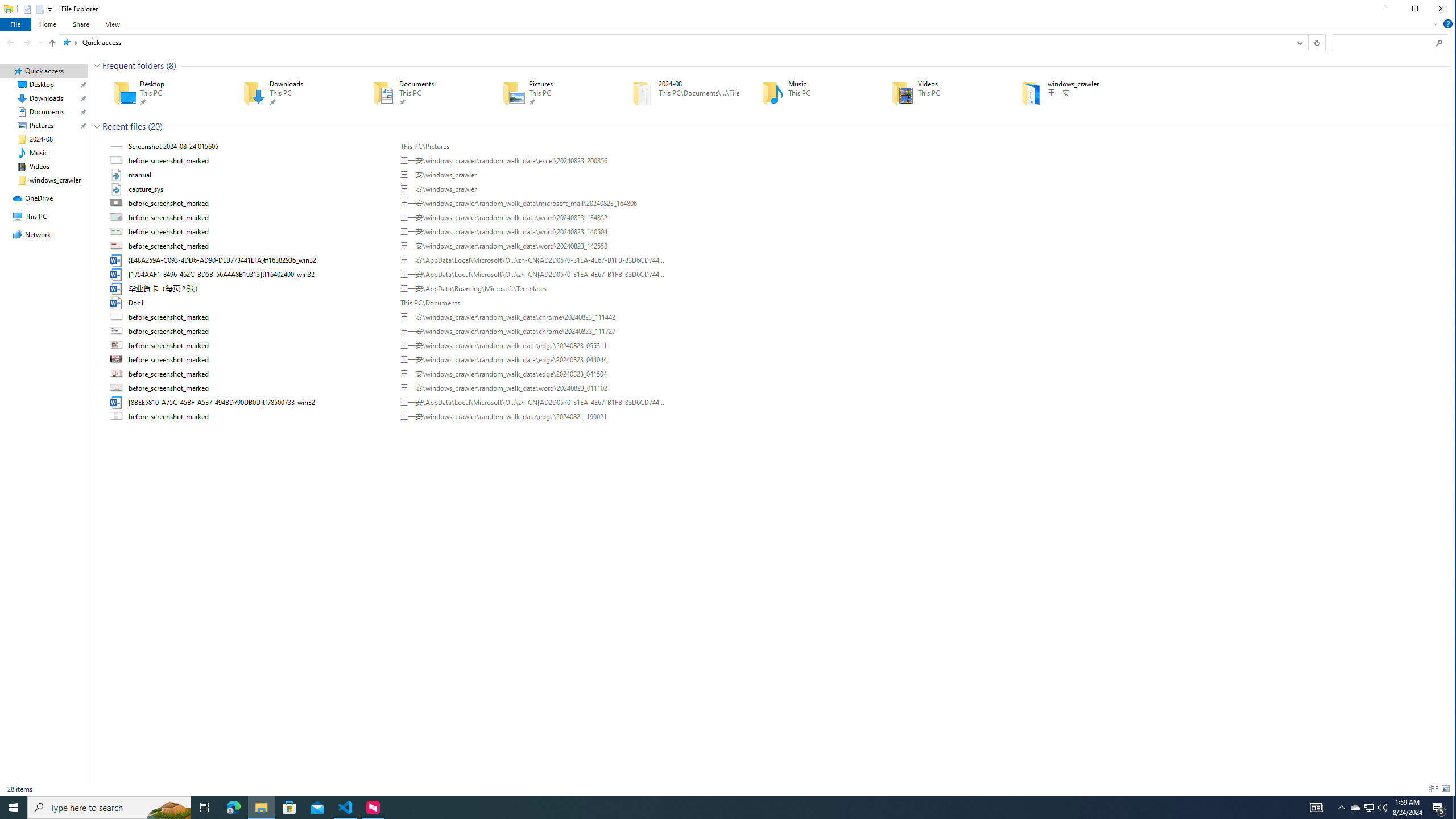  I want to click on 'Customize Quick Access Toolbar', so click(49, 9).